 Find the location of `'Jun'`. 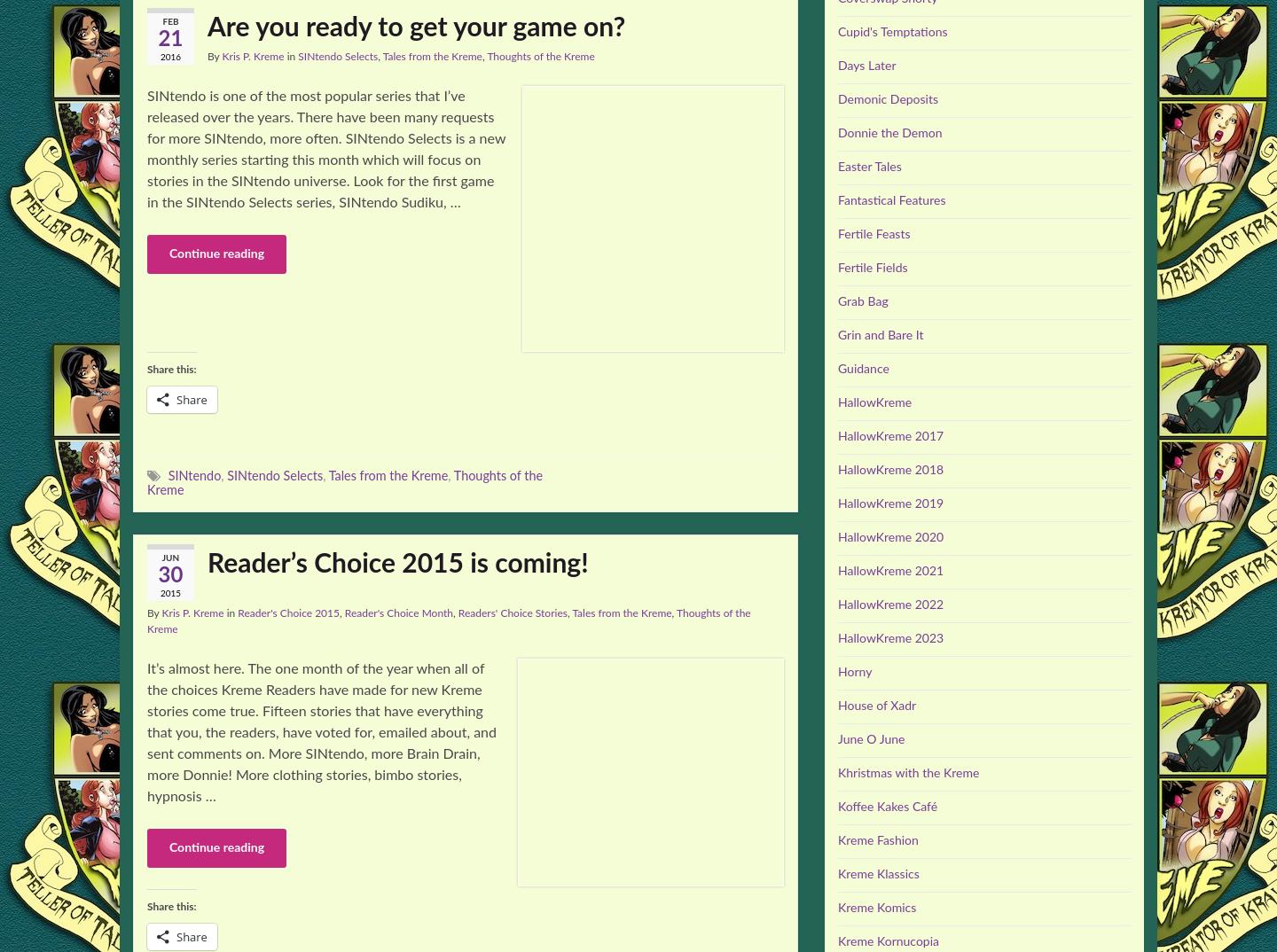

'Jun' is located at coordinates (169, 558).